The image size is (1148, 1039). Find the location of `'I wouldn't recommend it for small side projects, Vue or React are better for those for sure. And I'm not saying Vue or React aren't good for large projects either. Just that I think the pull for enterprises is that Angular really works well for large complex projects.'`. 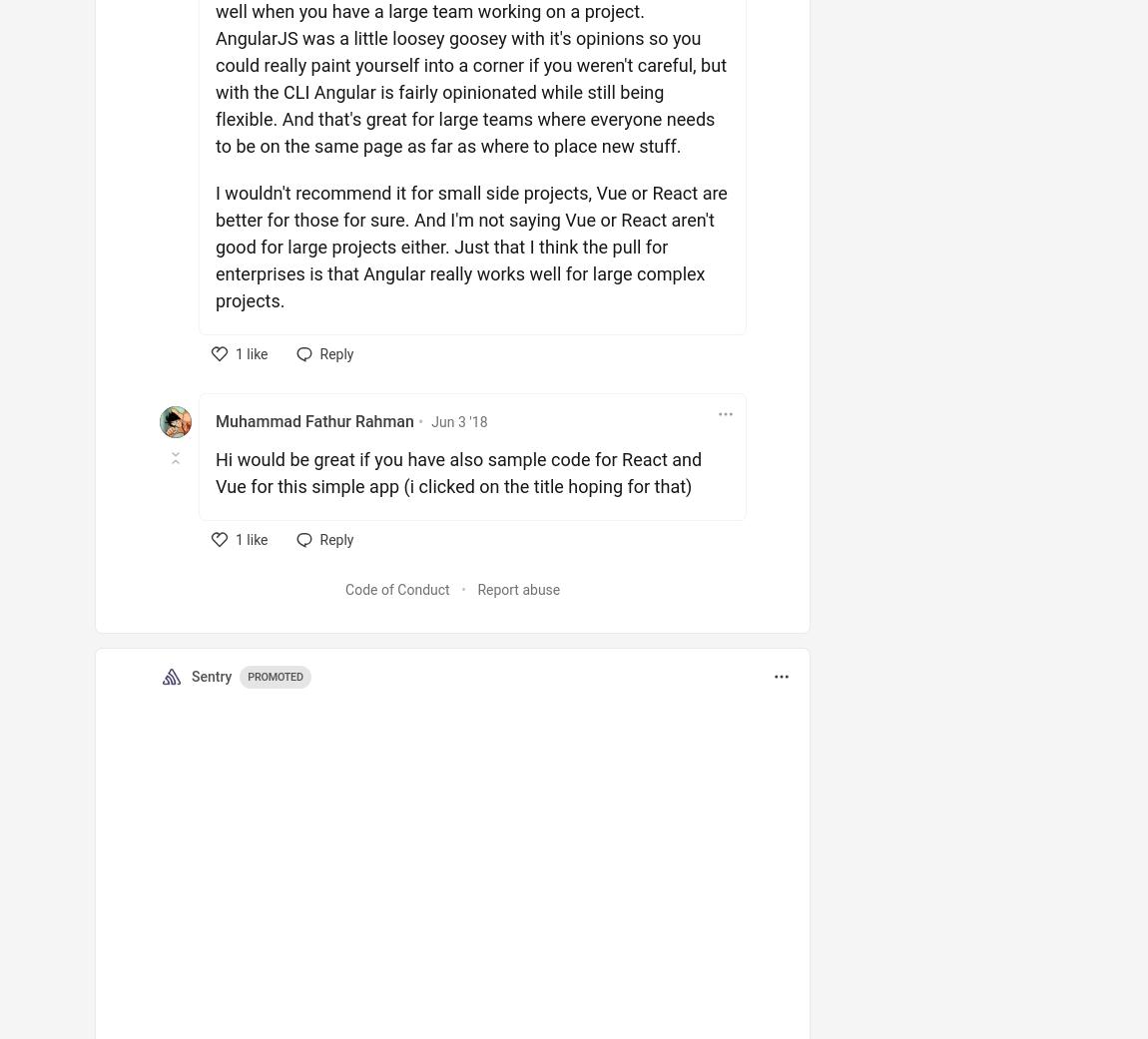

'I wouldn't recommend it for small side projects, Vue or React are better for those for sure. And I'm not saying Vue or React aren't good for large projects either. Just that I think the pull for enterprises is that Angular really works well for large complex projects.' is located at coordinates (470, 246).